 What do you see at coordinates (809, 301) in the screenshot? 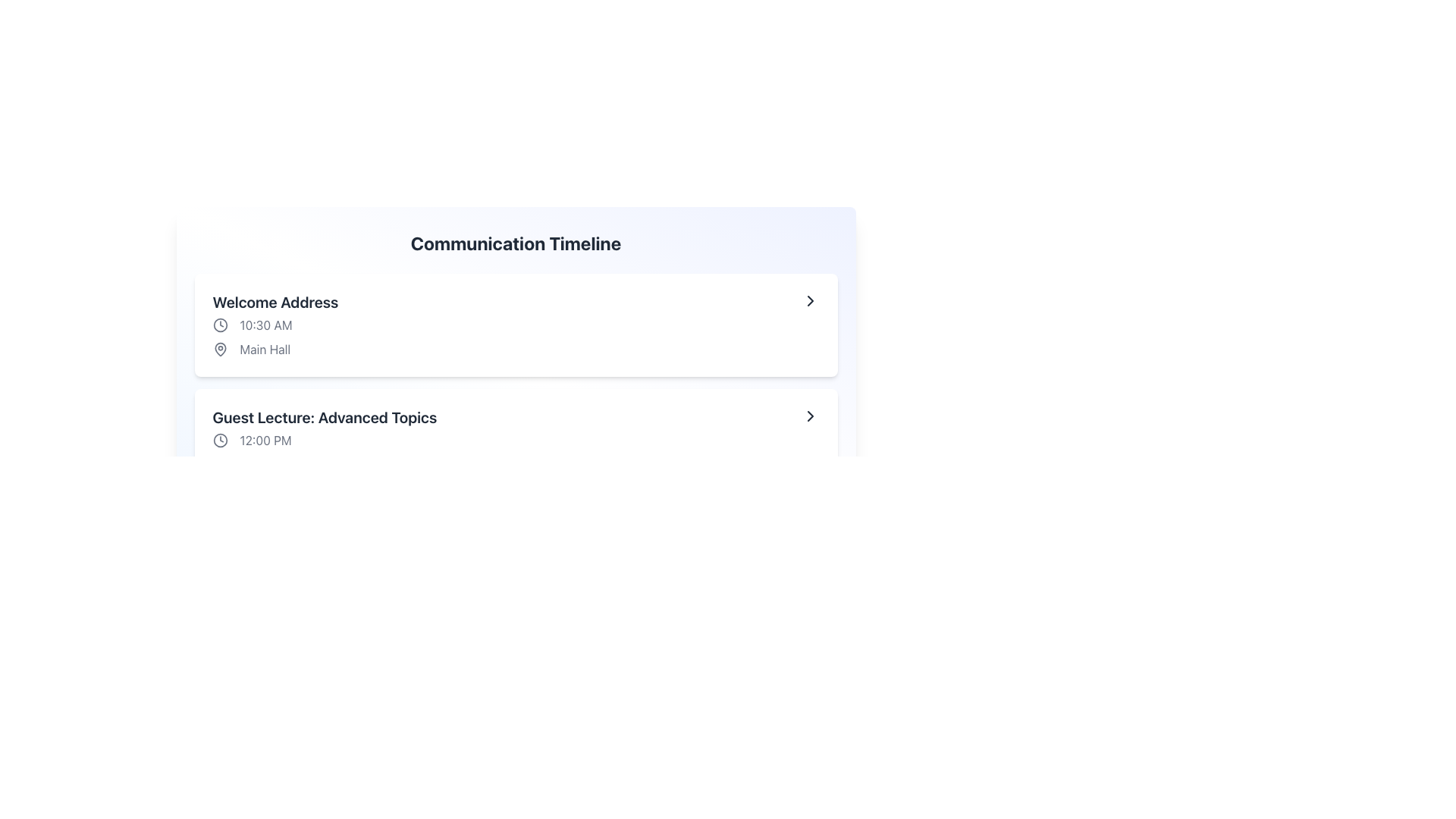
I see `the right-facing chevron arrow icon located at the far right of the first content item in the timeline list, which signifies navigation to additional information or actions` at bounding box center [809, 301].